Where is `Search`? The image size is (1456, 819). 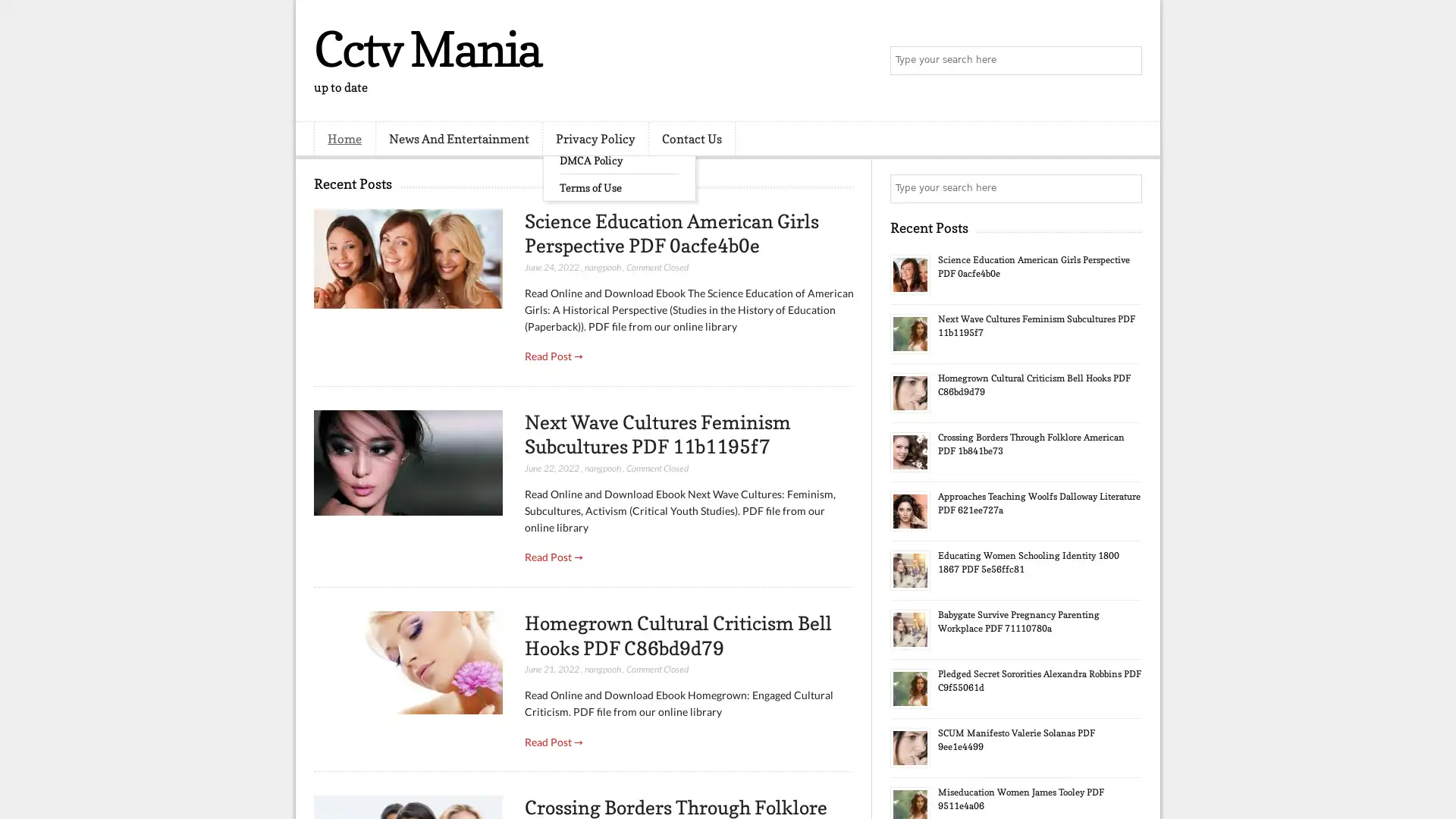
Search is located at coordinates (1126, 61).